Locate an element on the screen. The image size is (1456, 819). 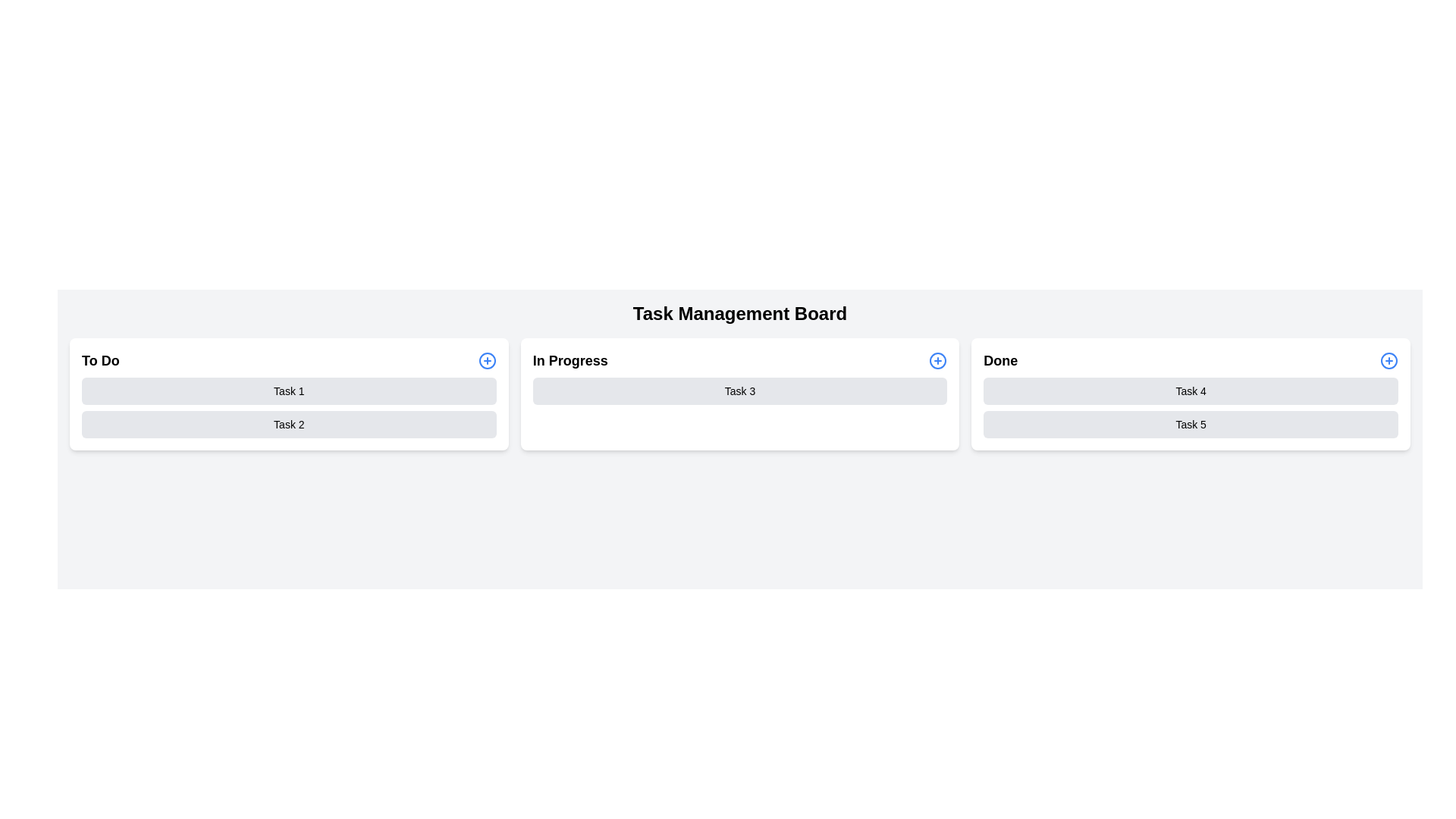
the second task item in the 'Done' column of the task management interface is located at coordinates (1190, 424).